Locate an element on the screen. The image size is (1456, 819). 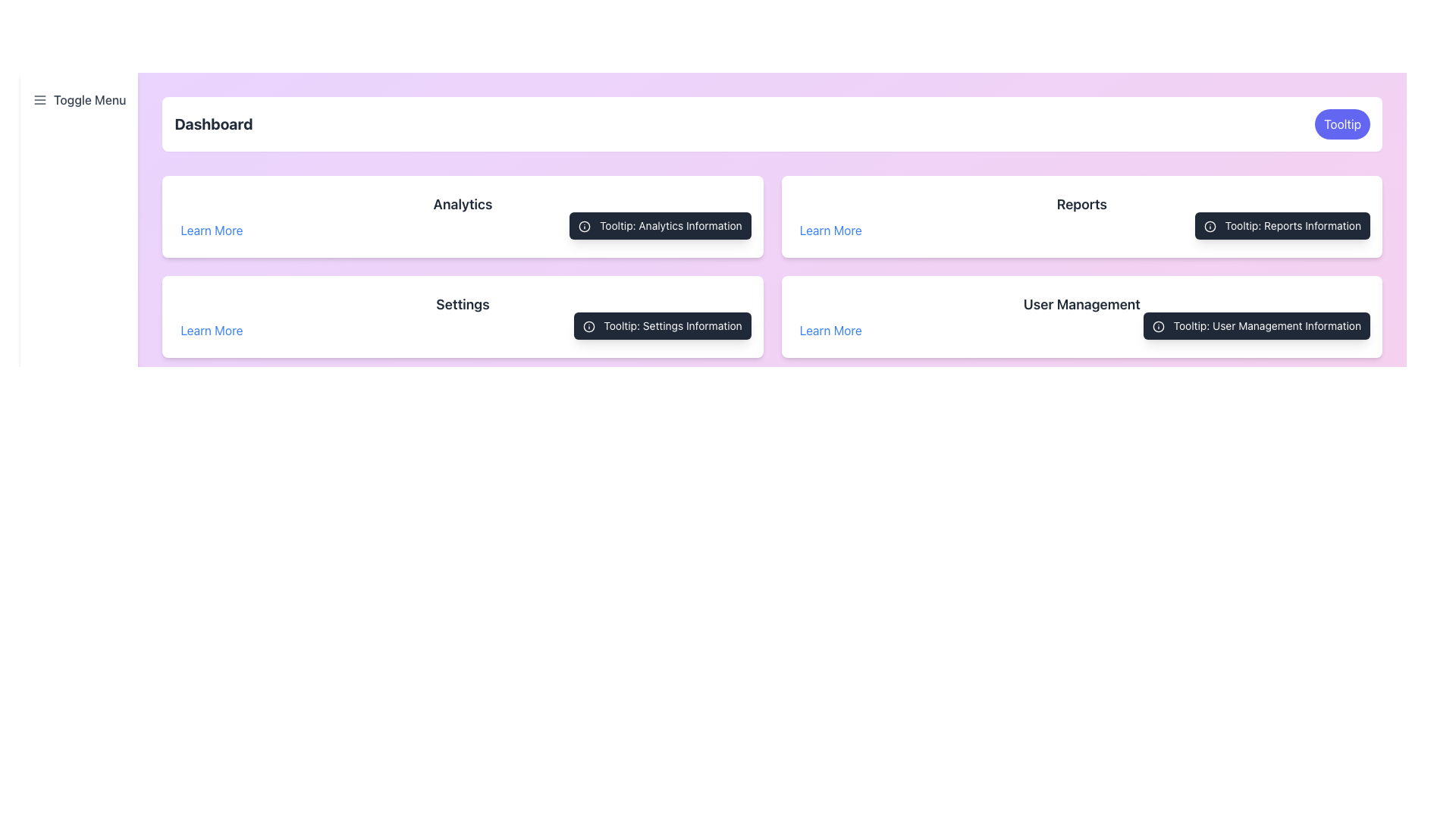
the Tooltip that provides additional information about the 'Reports' section, located adjacent to the 'Learn More' link in the top right of the section block is located at coordinates (1282, 225).